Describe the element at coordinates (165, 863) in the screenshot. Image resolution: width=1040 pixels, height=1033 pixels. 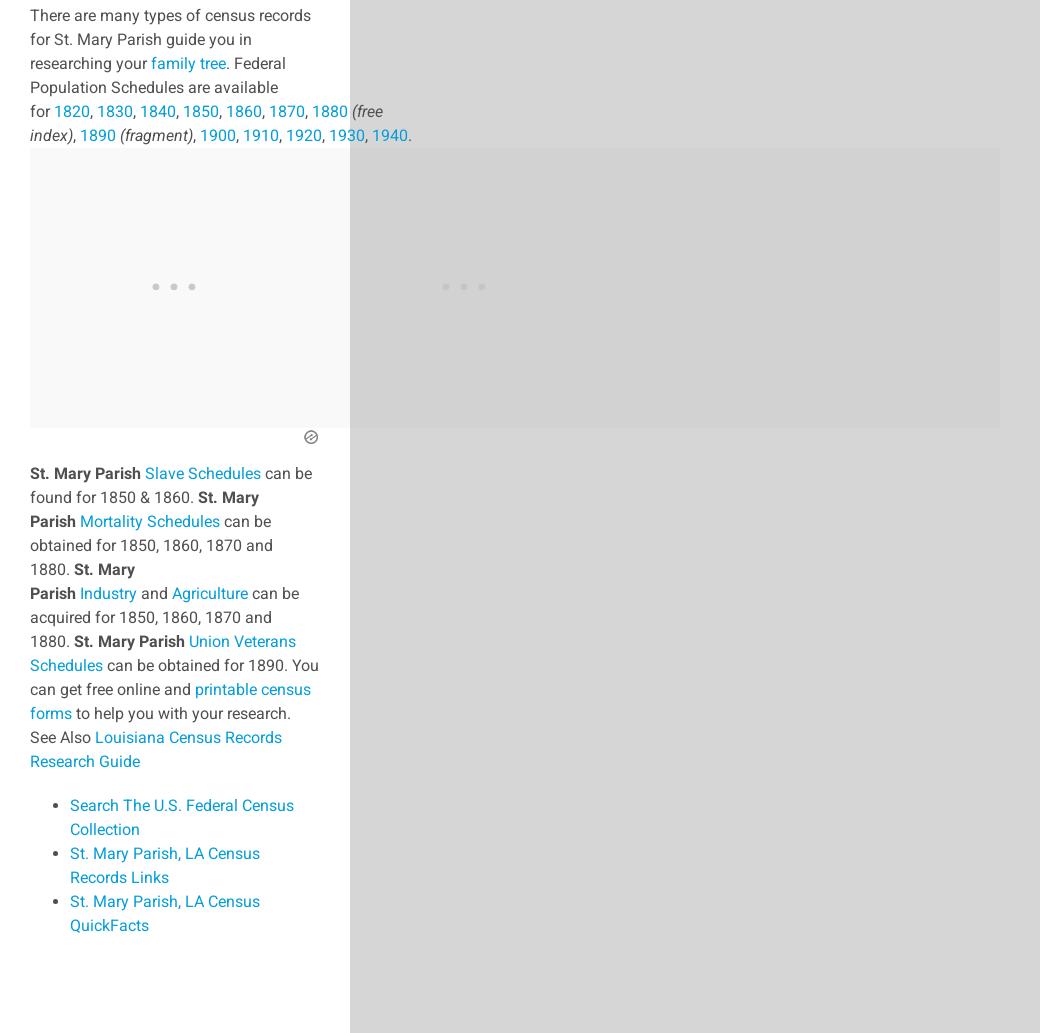
I see `'St. Mary Parish, LA Census Records Links'` at that location.